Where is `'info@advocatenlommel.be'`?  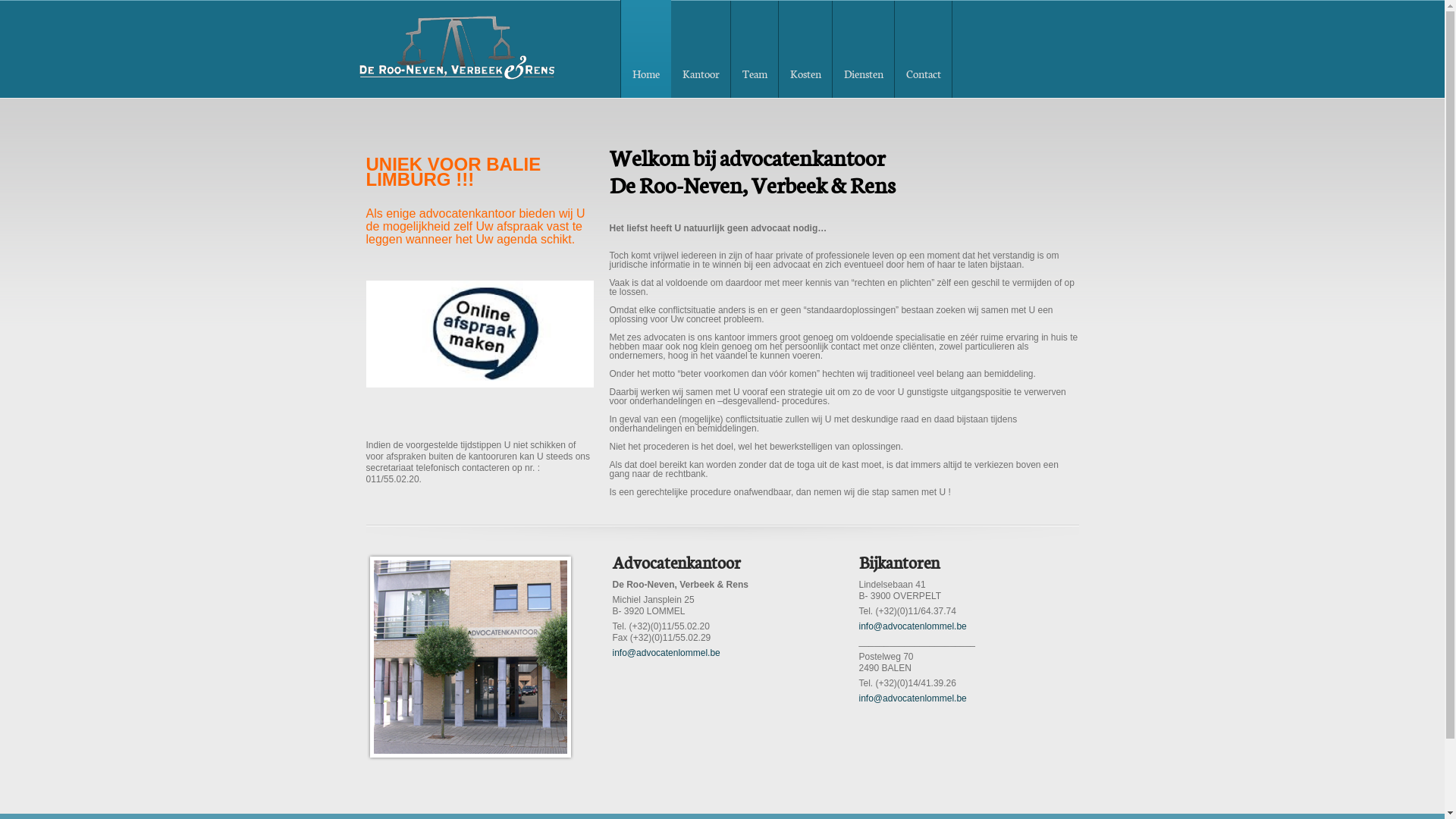
'info@advocatenlommel.be' is located at coordinates (912, 626).